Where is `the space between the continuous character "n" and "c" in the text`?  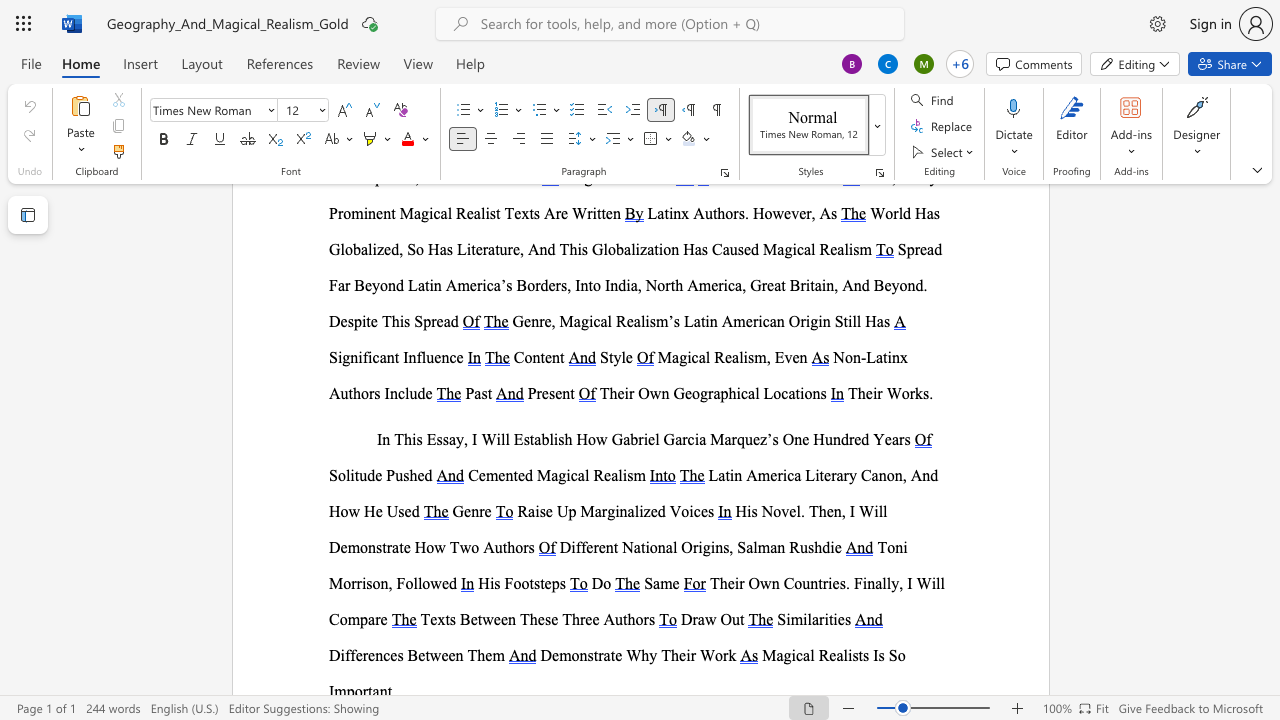
the space between the continuous character "n" and "c" in the text is located at coordinates (448, 356).